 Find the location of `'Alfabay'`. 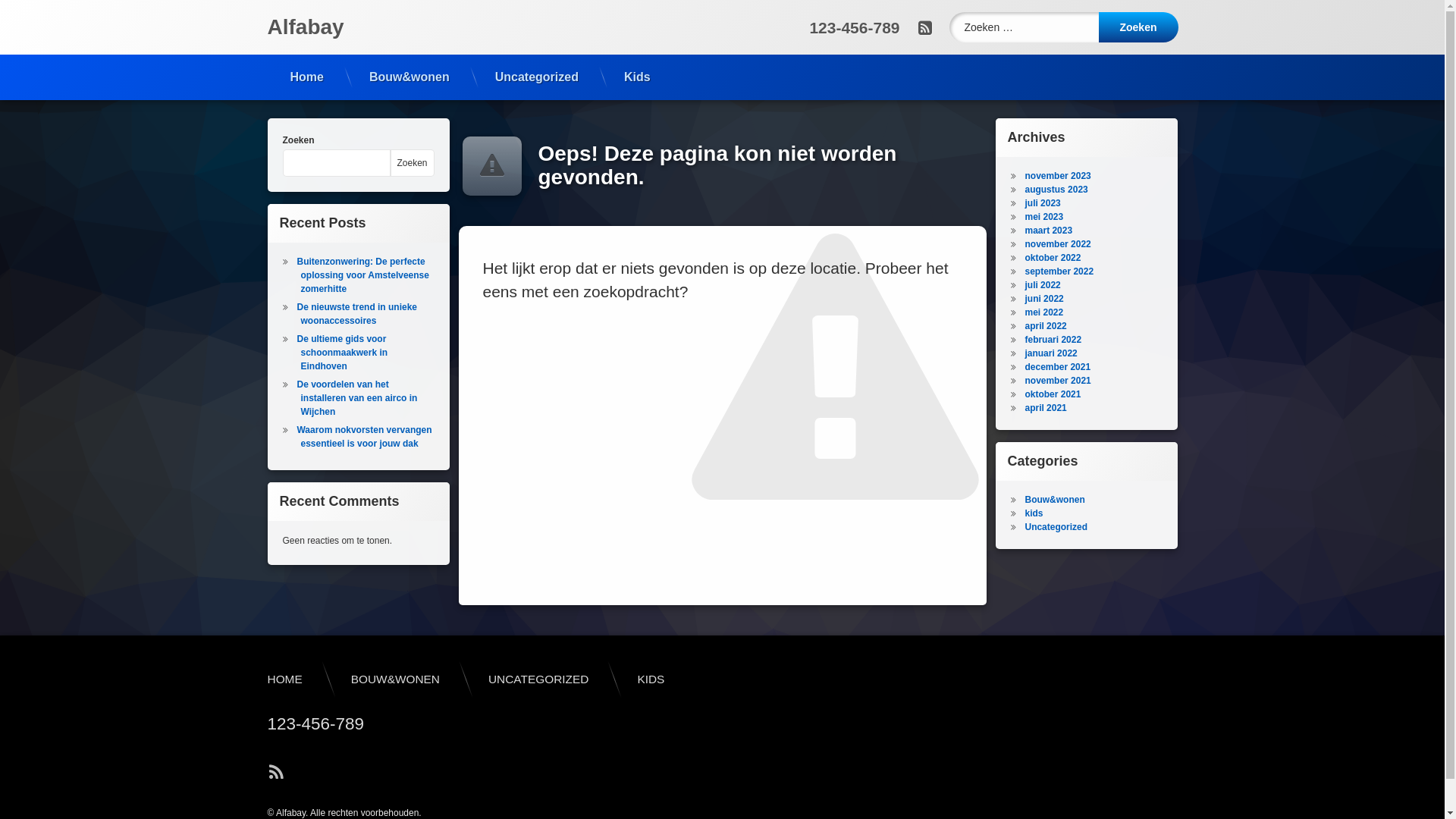

'Alfabay' is located at coordinates (304, 27).